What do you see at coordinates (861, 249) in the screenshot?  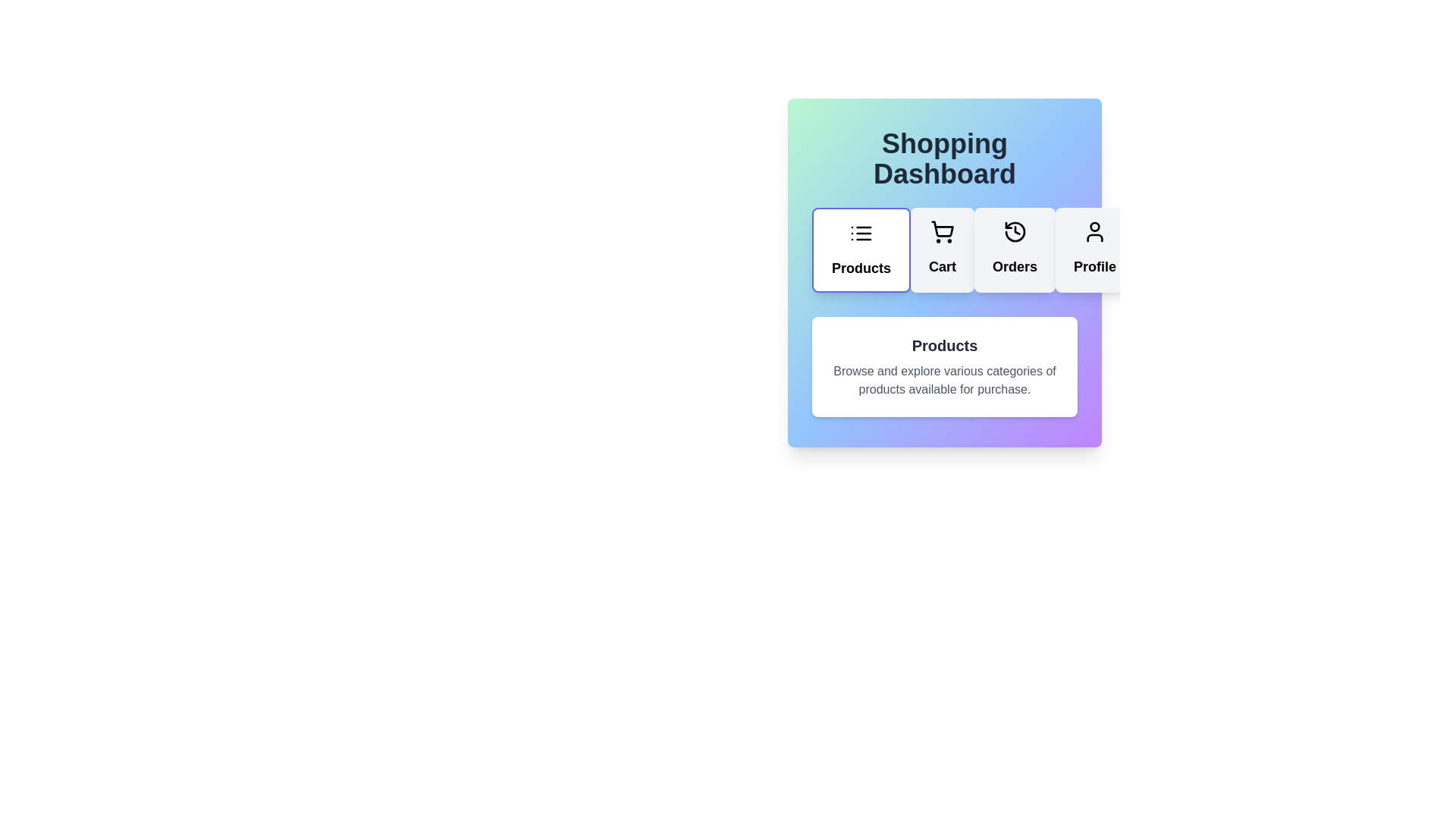 I see `the 'Products' tab to view the products section` at bounding box center [861, 249].